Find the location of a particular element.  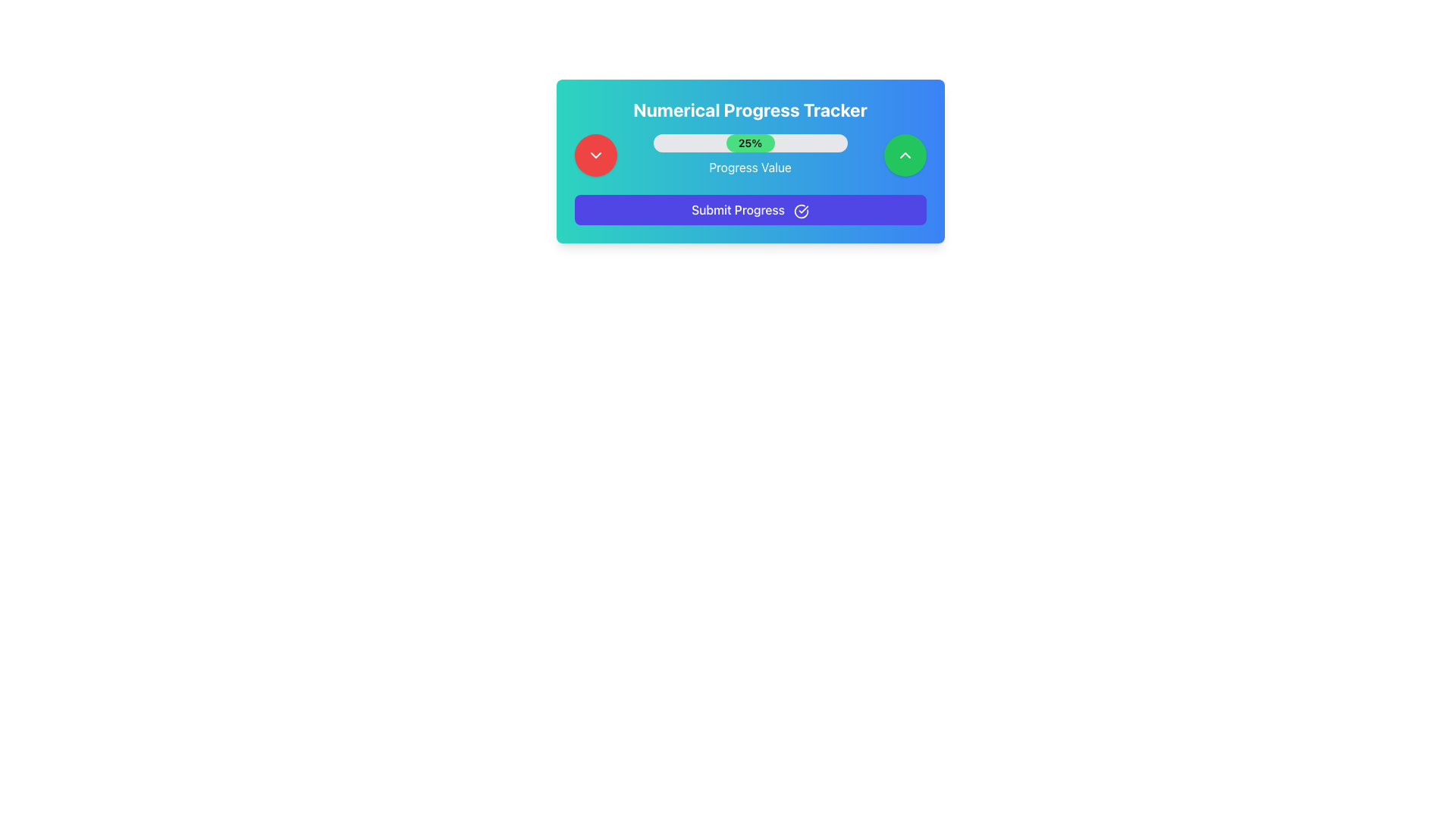

the chevron icon located within the left circular red background component is located at coordinates (595, 155).